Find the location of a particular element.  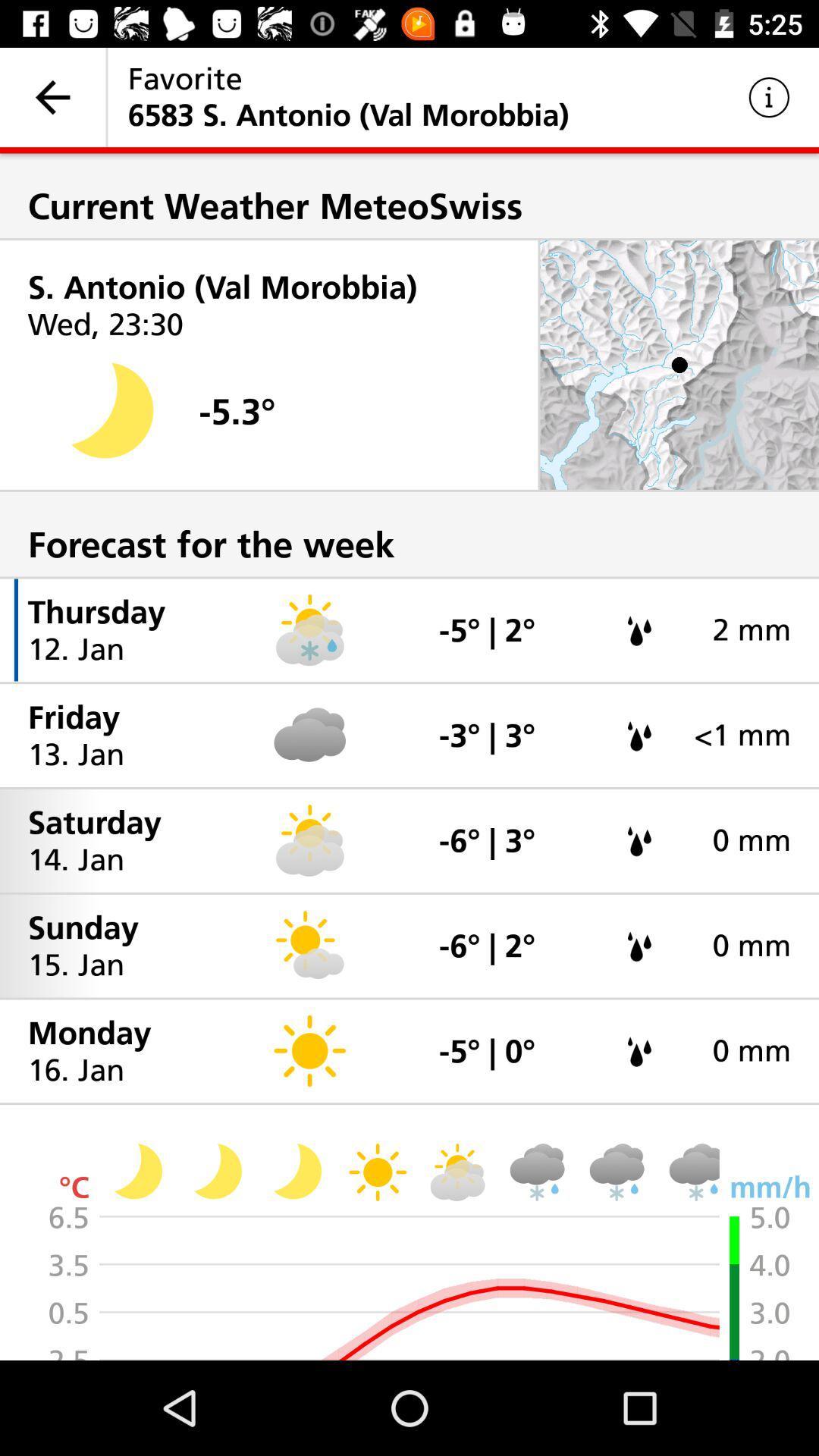

the icon to the left of the favorite item is located at coordinates (52, 96).